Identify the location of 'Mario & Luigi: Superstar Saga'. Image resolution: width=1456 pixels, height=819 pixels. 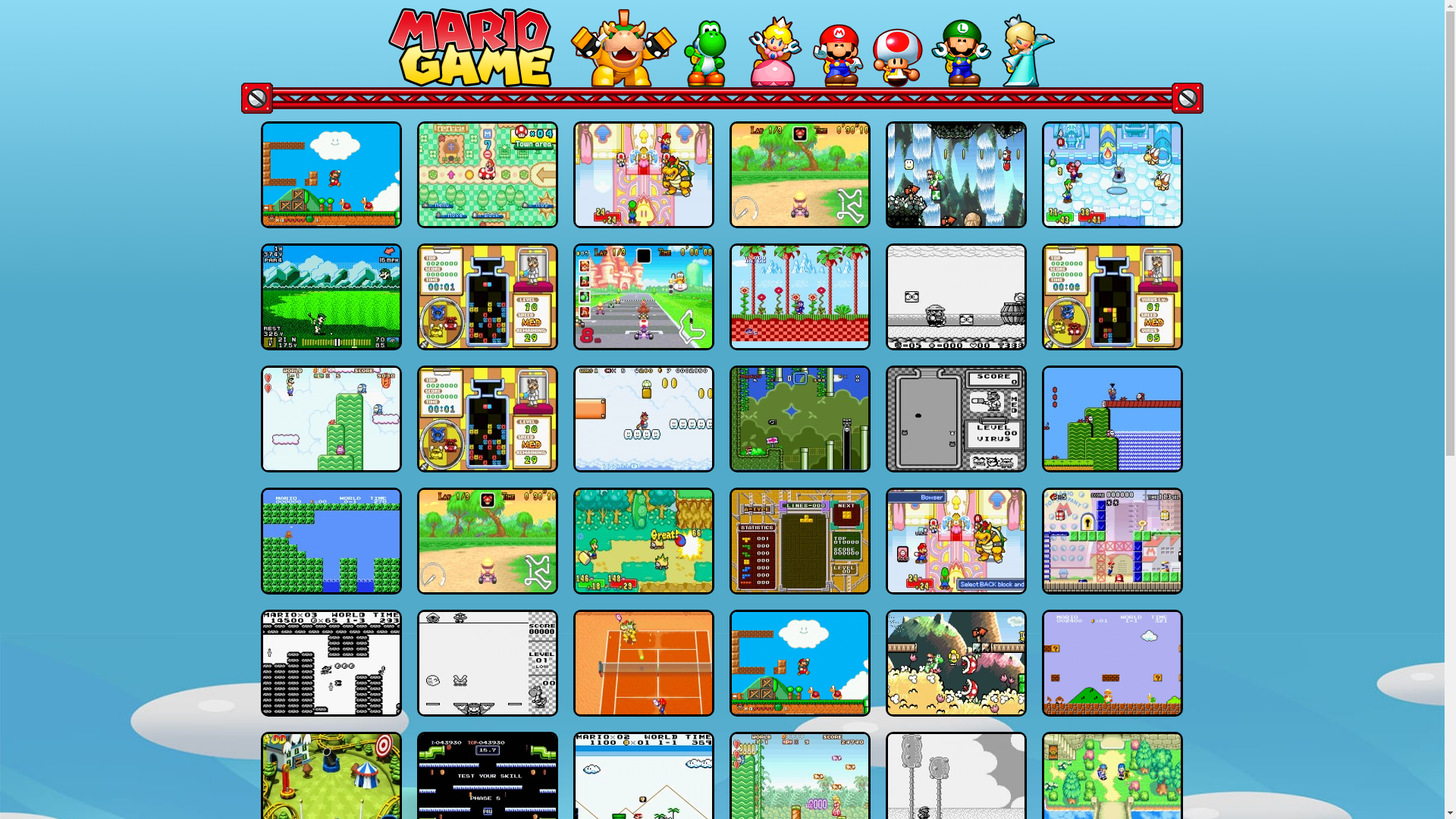
(1112, 172).